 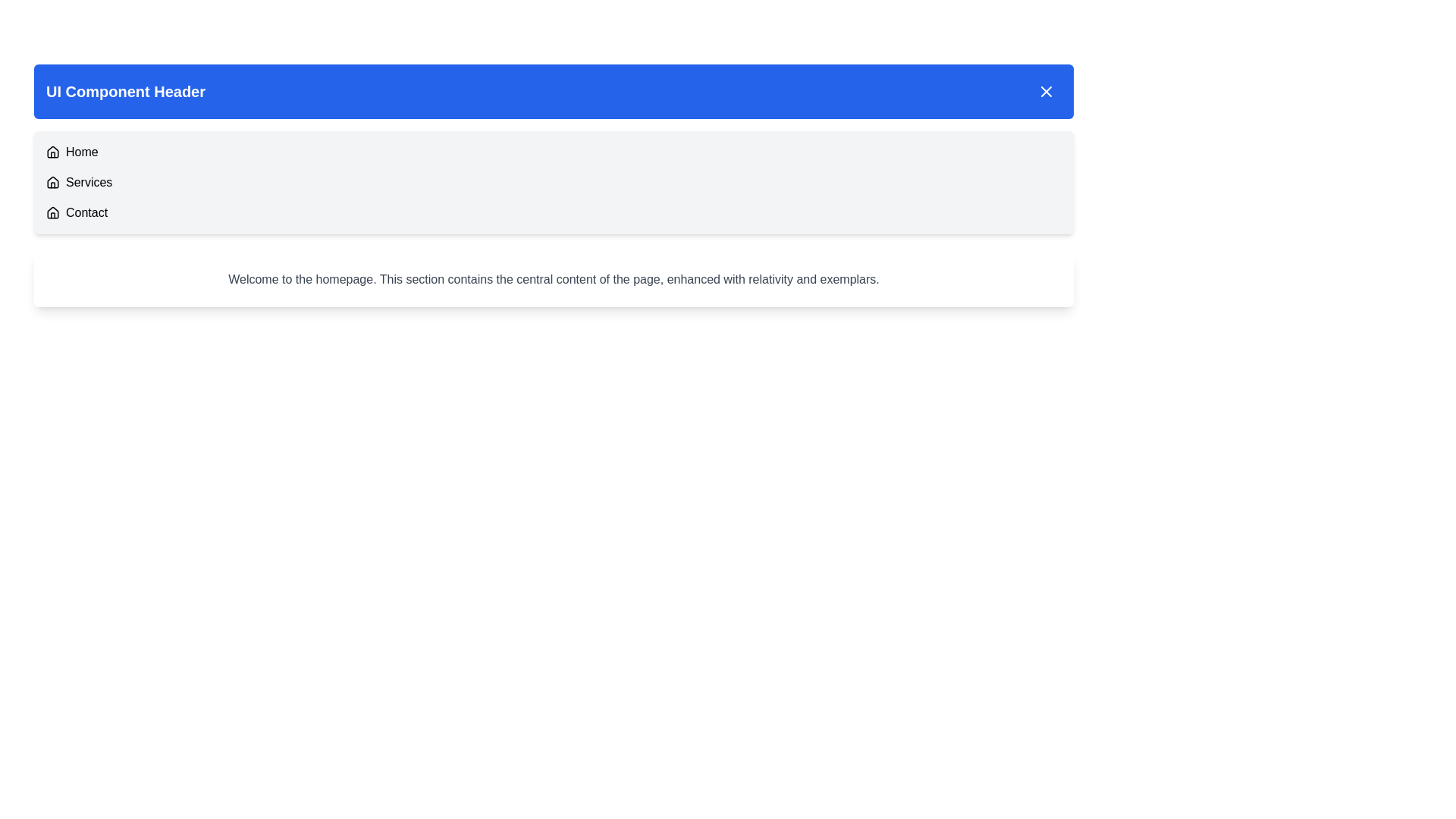 I want to click on the house-shaped icon with a black outline that is positioned next to the 'Home' text, so click(x=53, y=152).